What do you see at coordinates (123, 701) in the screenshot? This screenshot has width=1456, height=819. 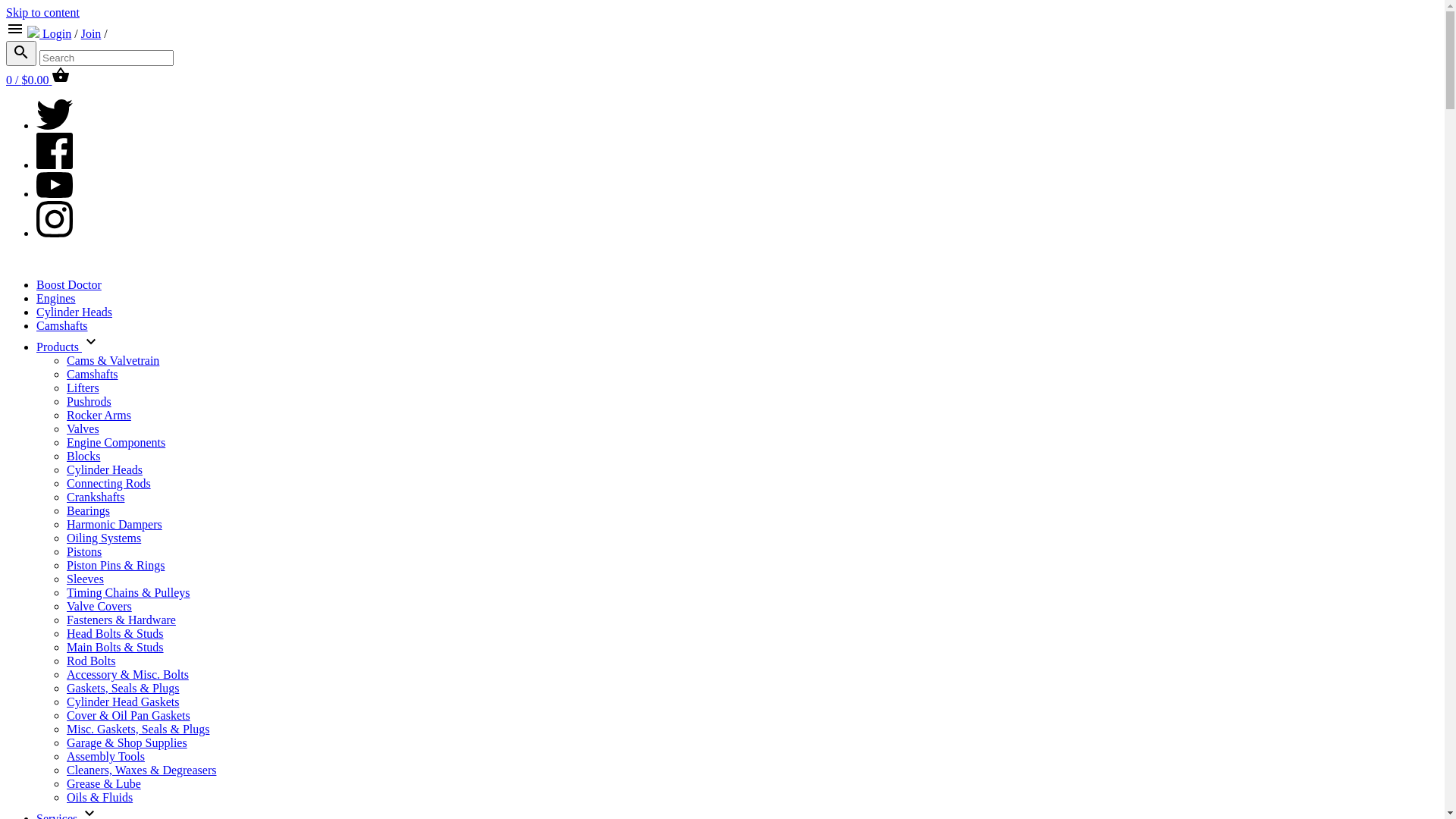 I see `'Cylinder Head Gaskets'` at bounding box center [123, 701].